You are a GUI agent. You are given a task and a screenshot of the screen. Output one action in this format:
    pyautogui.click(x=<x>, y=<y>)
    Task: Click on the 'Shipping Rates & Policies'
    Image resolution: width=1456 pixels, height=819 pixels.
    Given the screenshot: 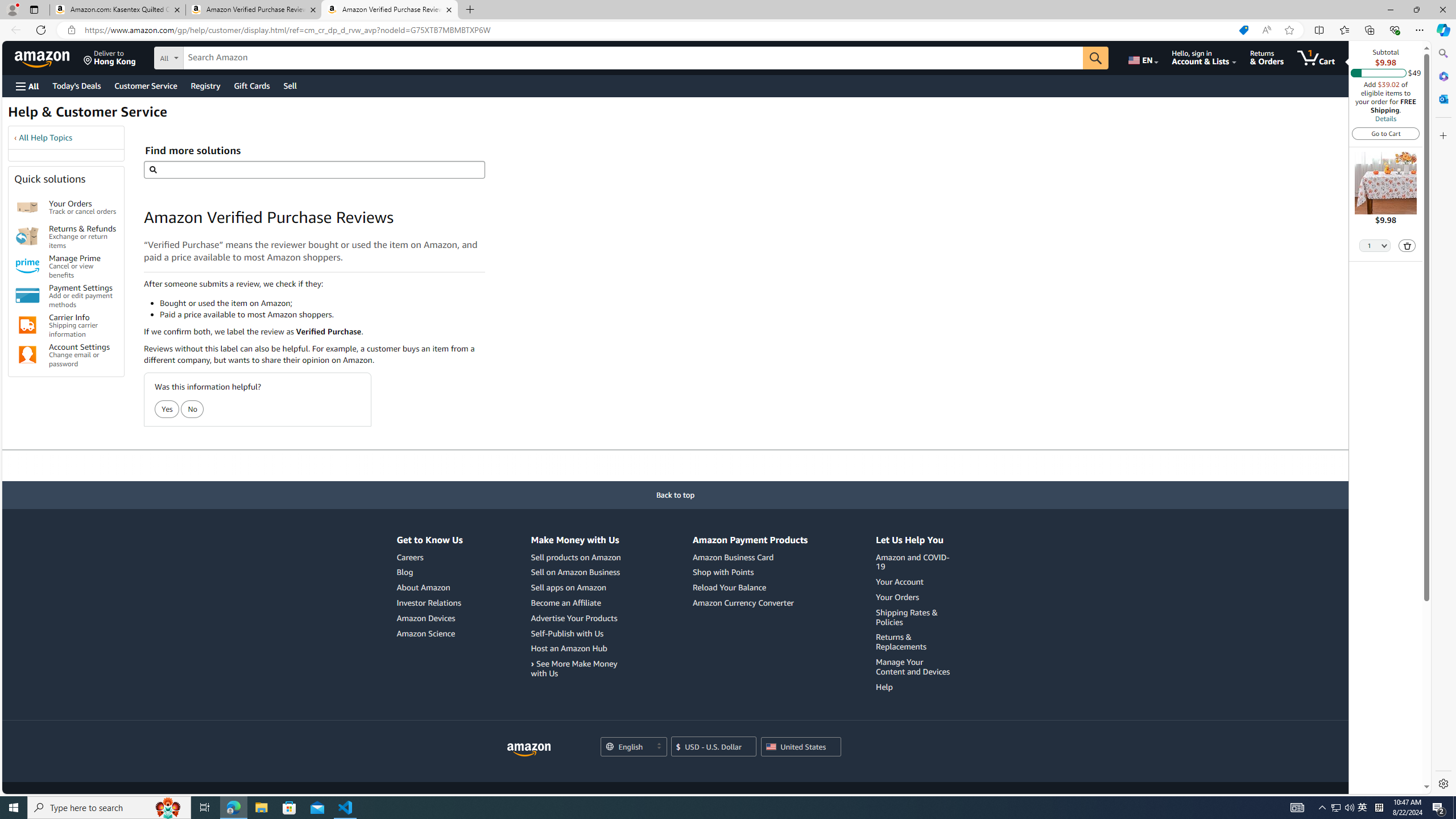 What is the action you would take?
    pyautogui.click(x=914, y=617)
    